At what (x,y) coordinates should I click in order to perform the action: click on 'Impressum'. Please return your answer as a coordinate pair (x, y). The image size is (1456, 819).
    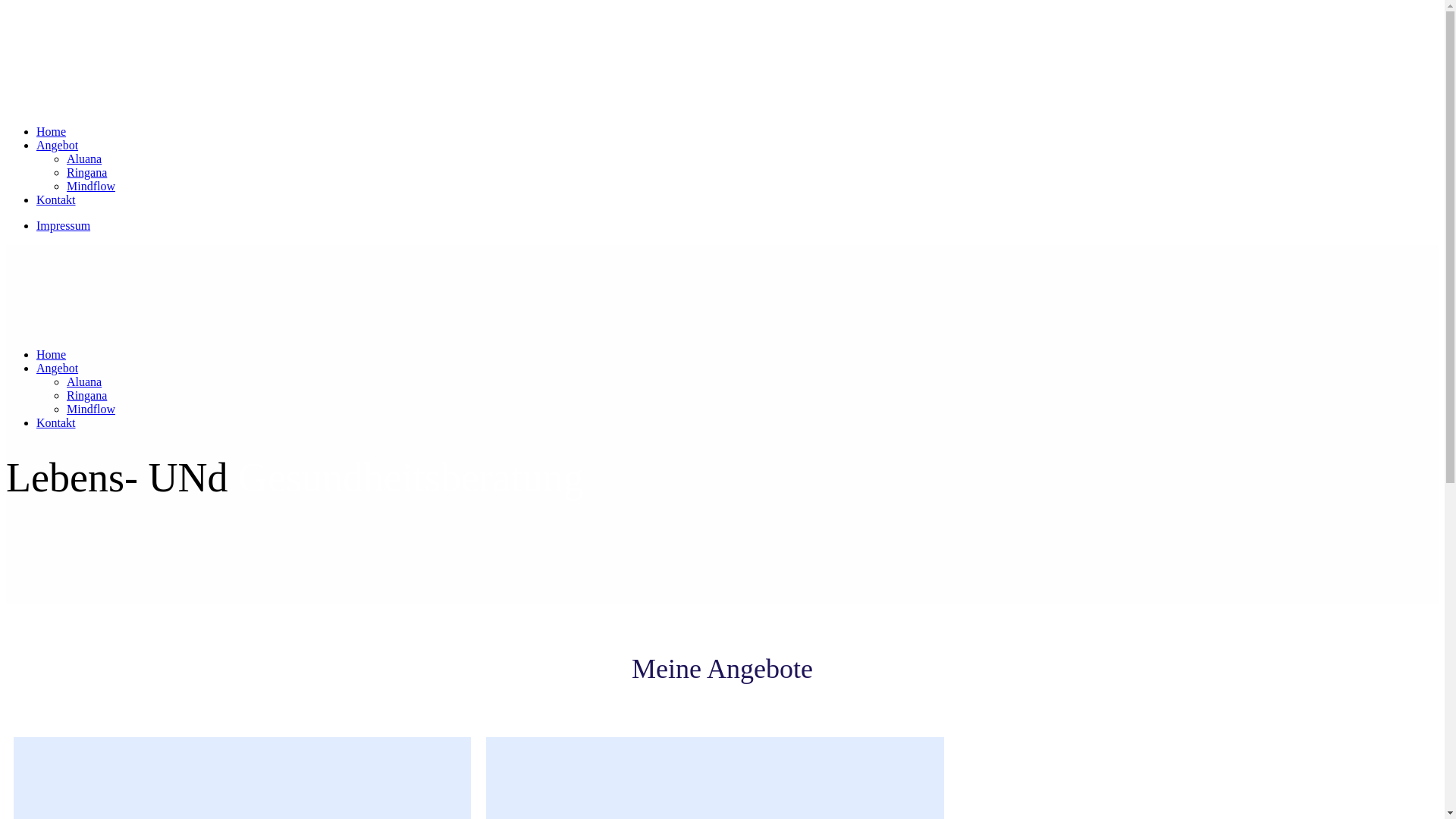
    Looking at the image, I should click on (62, 225).